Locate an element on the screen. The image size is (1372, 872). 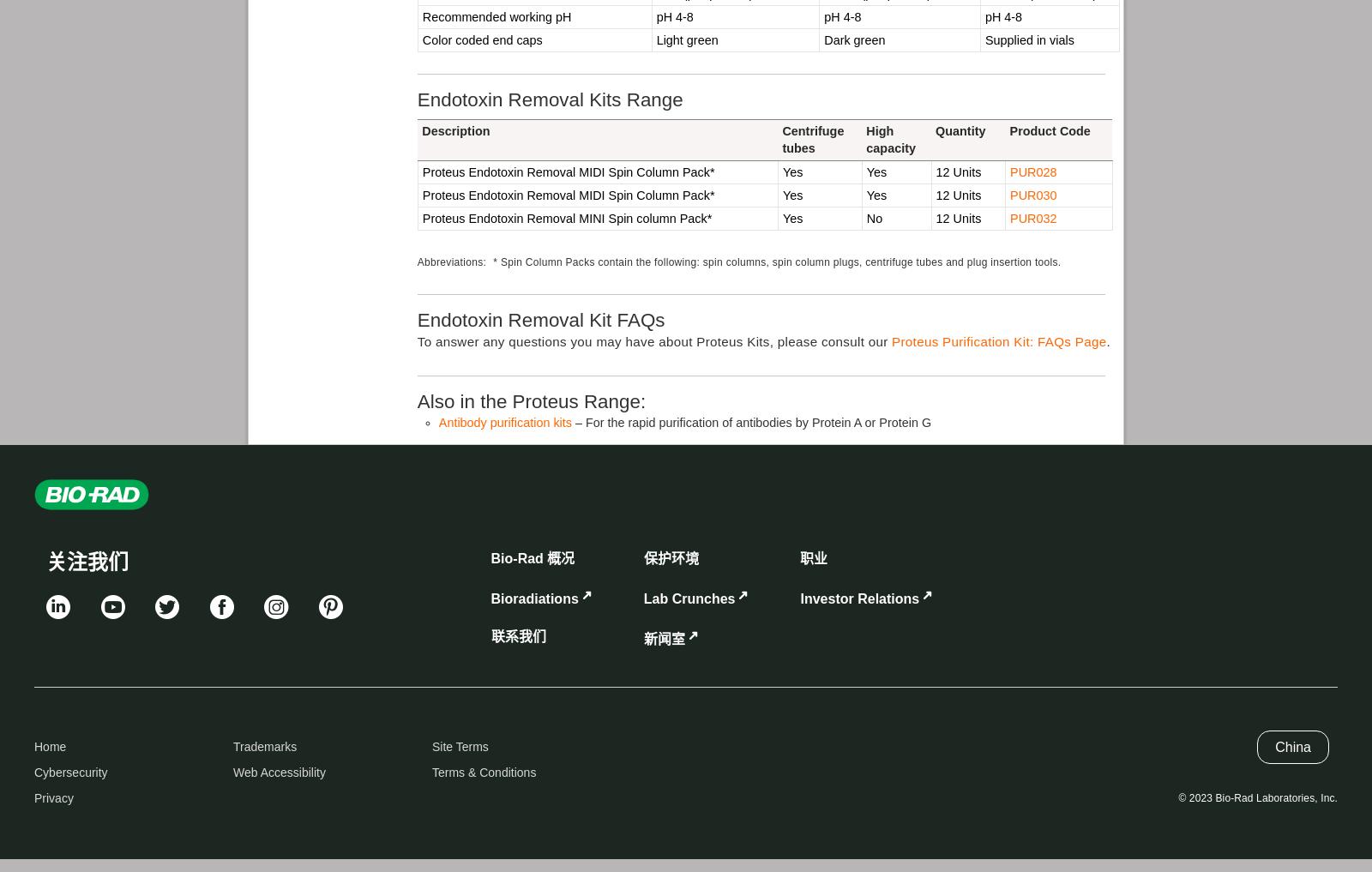
'Lab Crunches' is located at coordinates (688, 597).